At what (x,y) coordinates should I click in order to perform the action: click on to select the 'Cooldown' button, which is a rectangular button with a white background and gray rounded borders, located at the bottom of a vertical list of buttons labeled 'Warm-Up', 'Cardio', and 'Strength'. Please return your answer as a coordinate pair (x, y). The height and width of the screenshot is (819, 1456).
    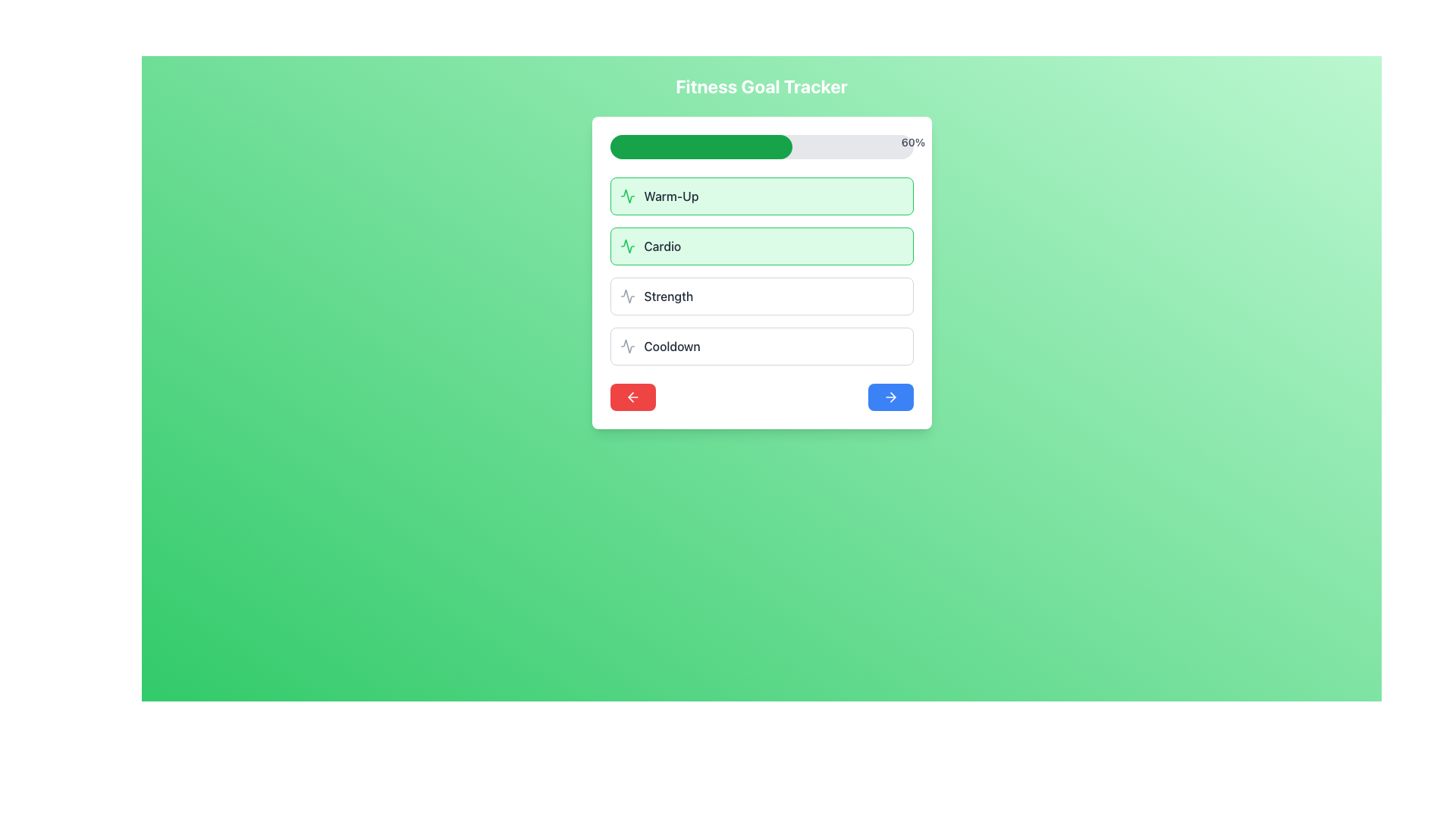
    Looking at the image, I should click on (761, 346).